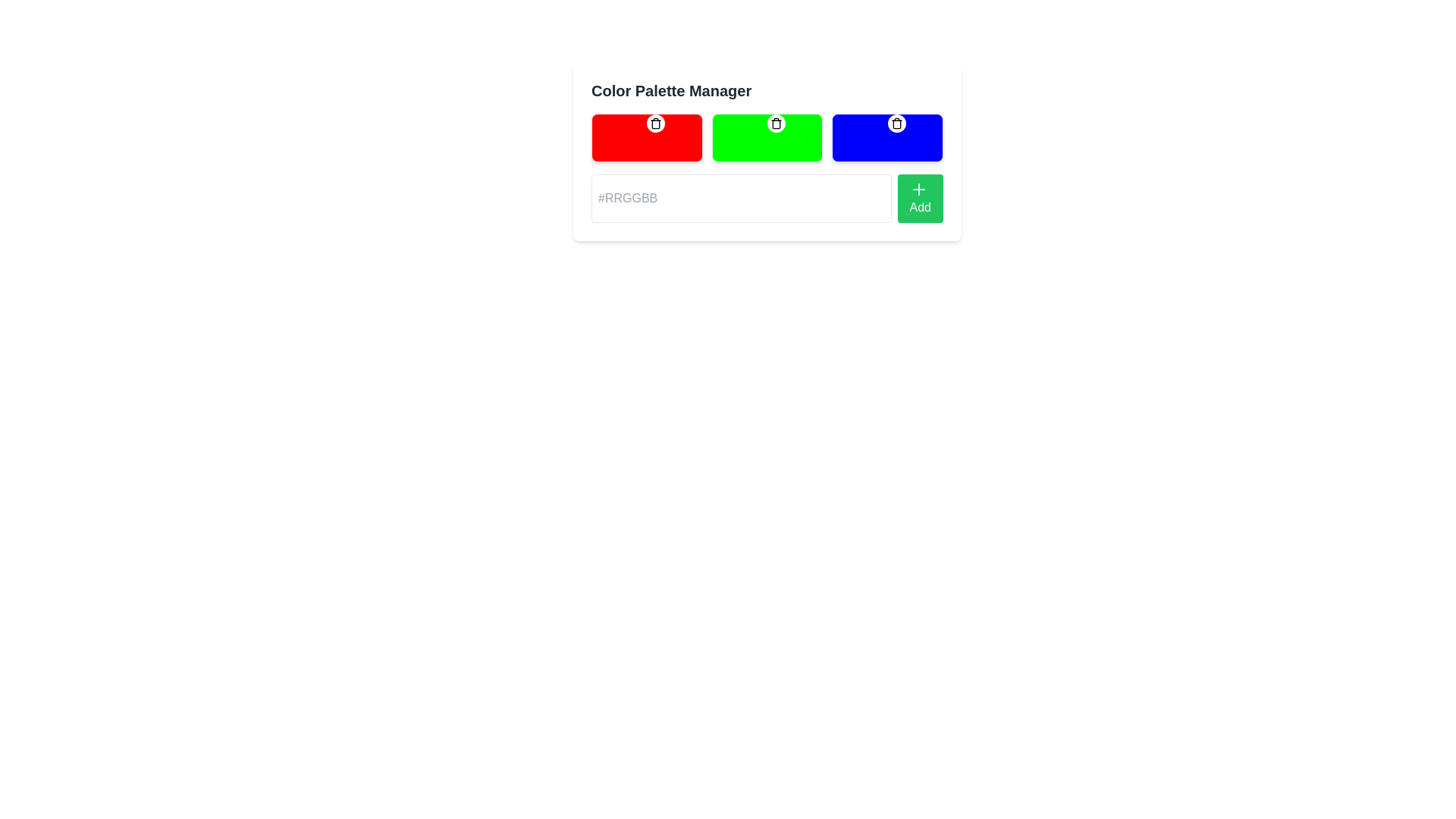 The width and height of the screenshot is (1456, 819). What do you see at coordinates (887, 137) in the screenshot?
I see `the color selection tile representing blue` at bounding box center [887, 137].